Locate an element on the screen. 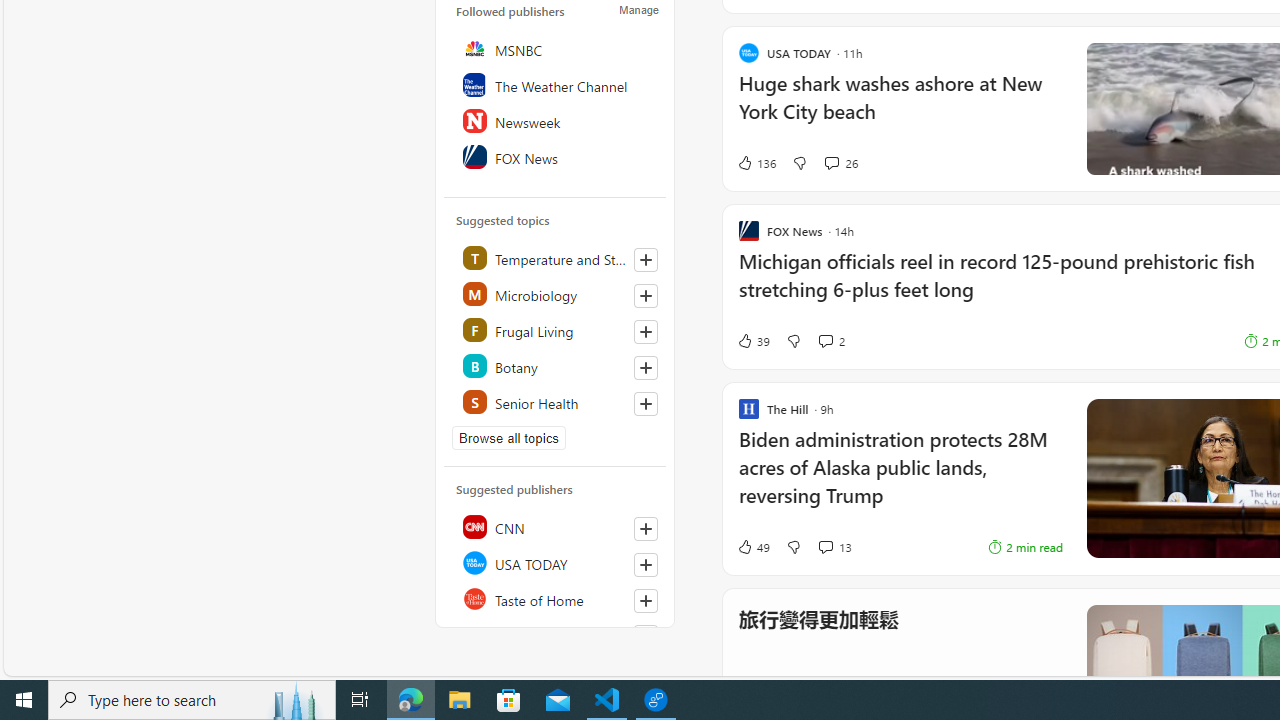  'View comments 2 Comment' is located at coordinates (825, 339).